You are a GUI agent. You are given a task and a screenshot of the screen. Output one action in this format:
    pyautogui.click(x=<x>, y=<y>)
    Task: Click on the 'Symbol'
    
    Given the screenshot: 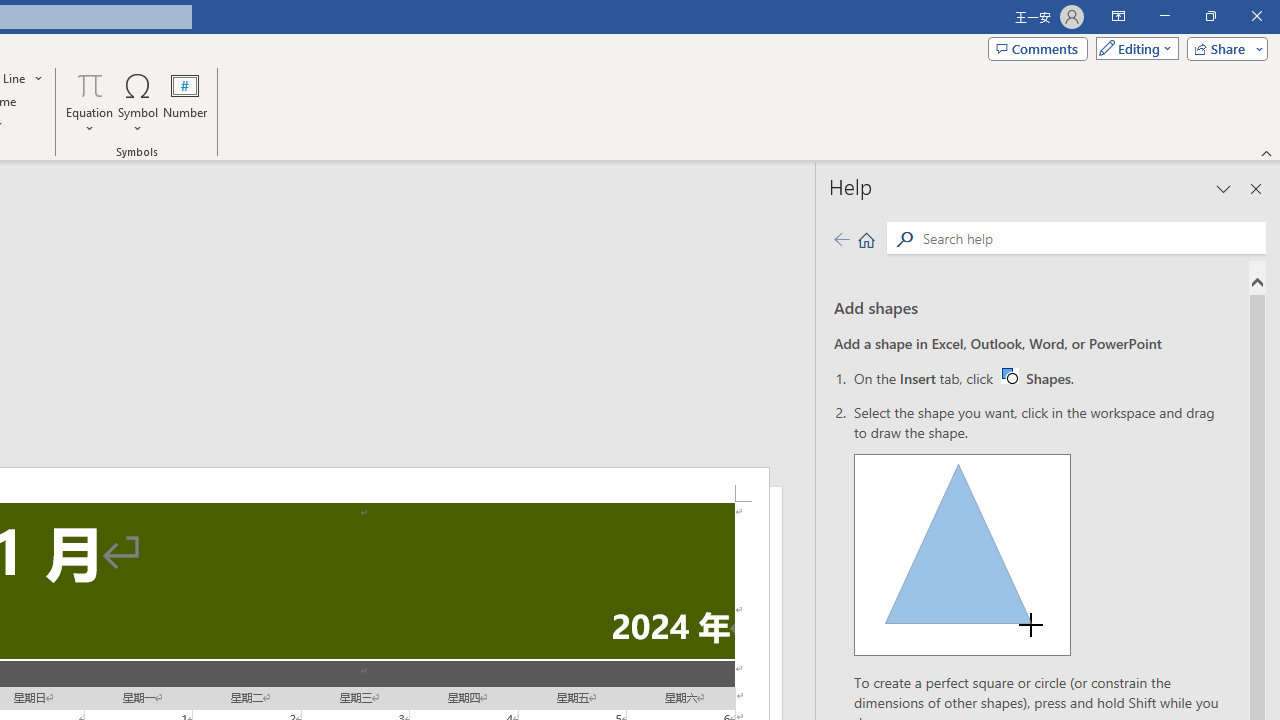 What is the action you would take?
    pyautogui.click(x=137, y=103)
    